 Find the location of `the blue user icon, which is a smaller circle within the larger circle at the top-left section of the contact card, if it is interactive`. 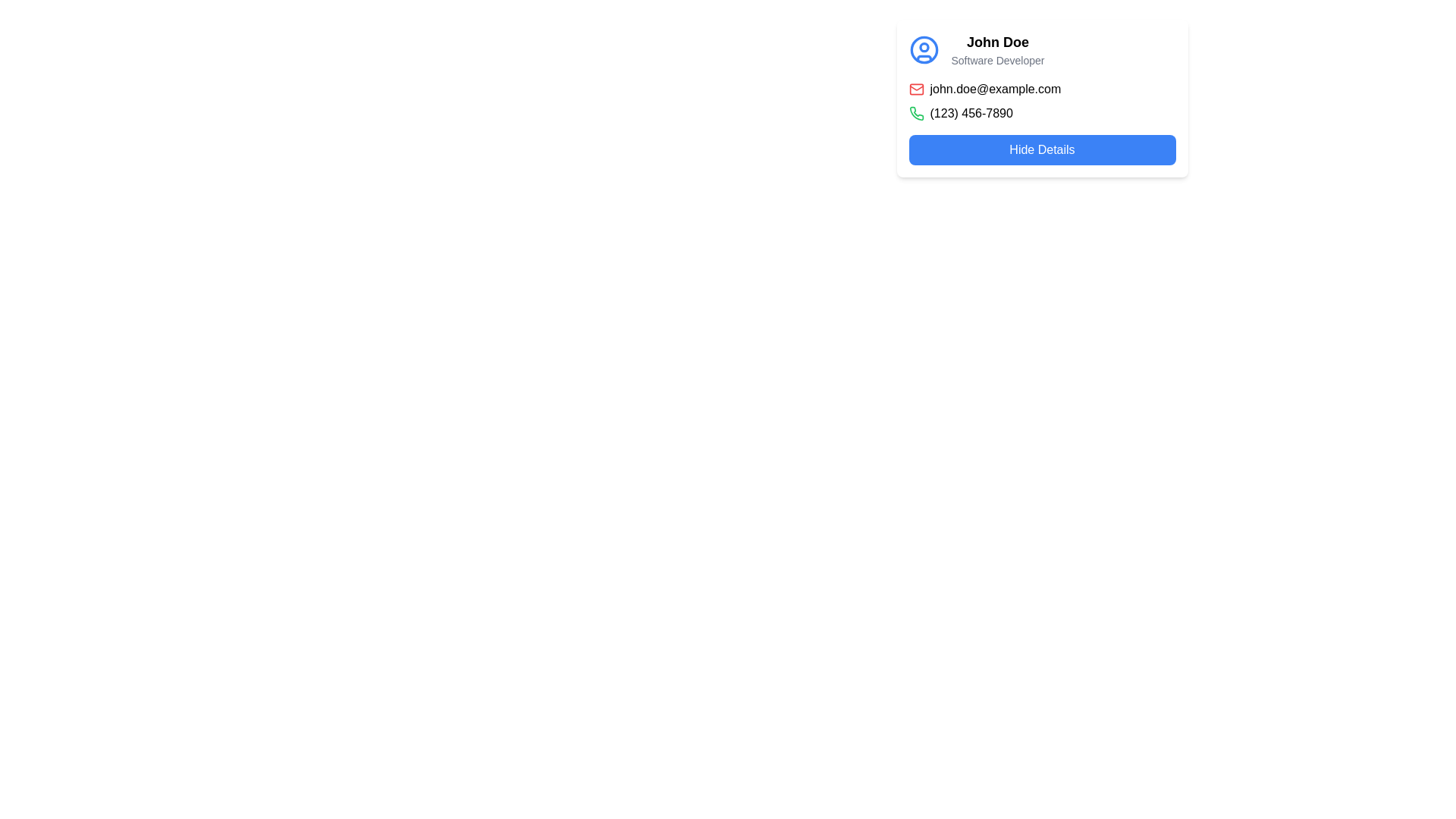

the blue user icon, which is a smaller circle within the larger circle at the top-left section of the contact card, if it is interactive is located at coordinates (923, 46).